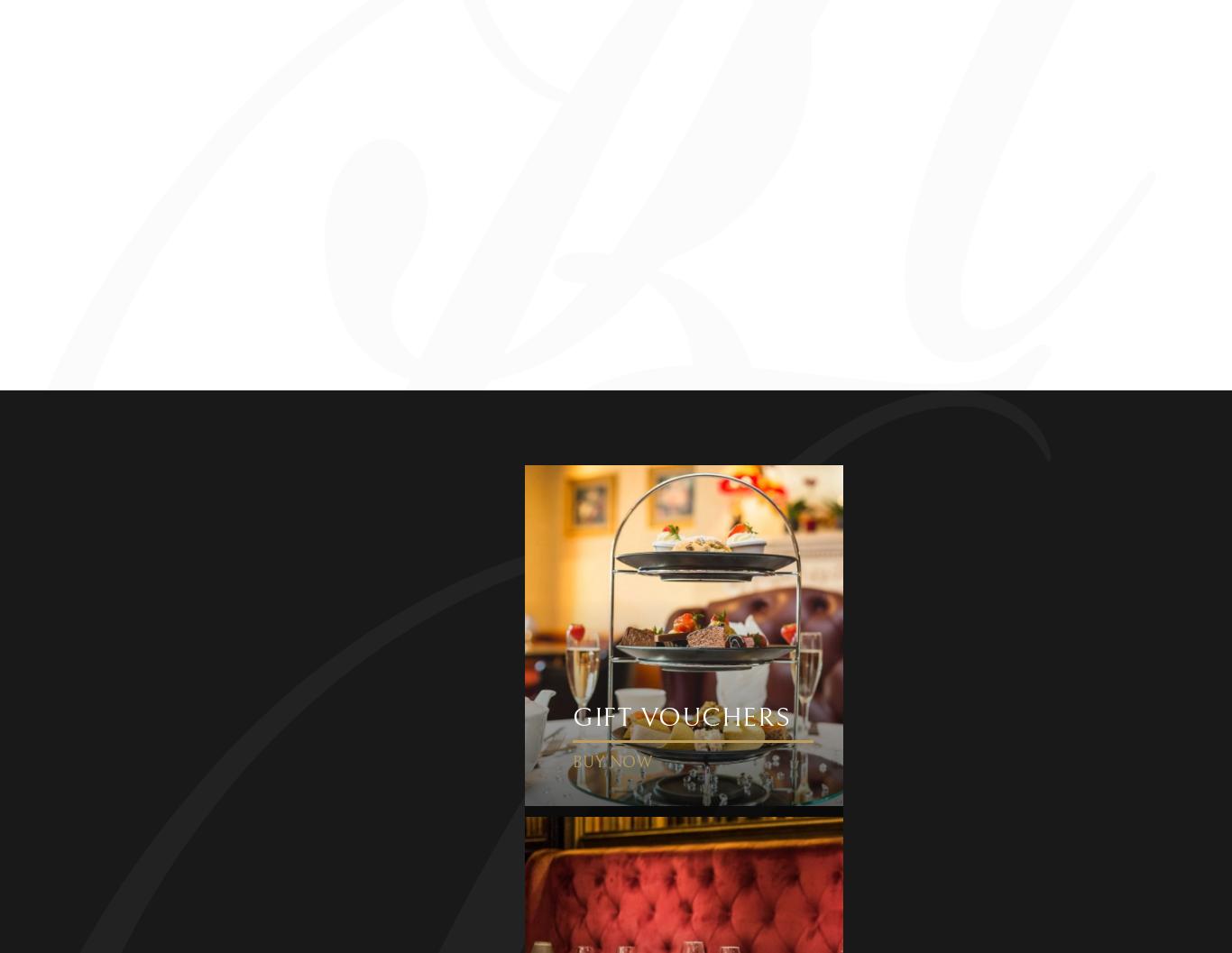 The image size is (1232, 953). What do you see at coordinates (250, 249) in the screenshot?
I see `'Hotel Lobby & Afternoon Tea'` at bounding box center [250, 249].